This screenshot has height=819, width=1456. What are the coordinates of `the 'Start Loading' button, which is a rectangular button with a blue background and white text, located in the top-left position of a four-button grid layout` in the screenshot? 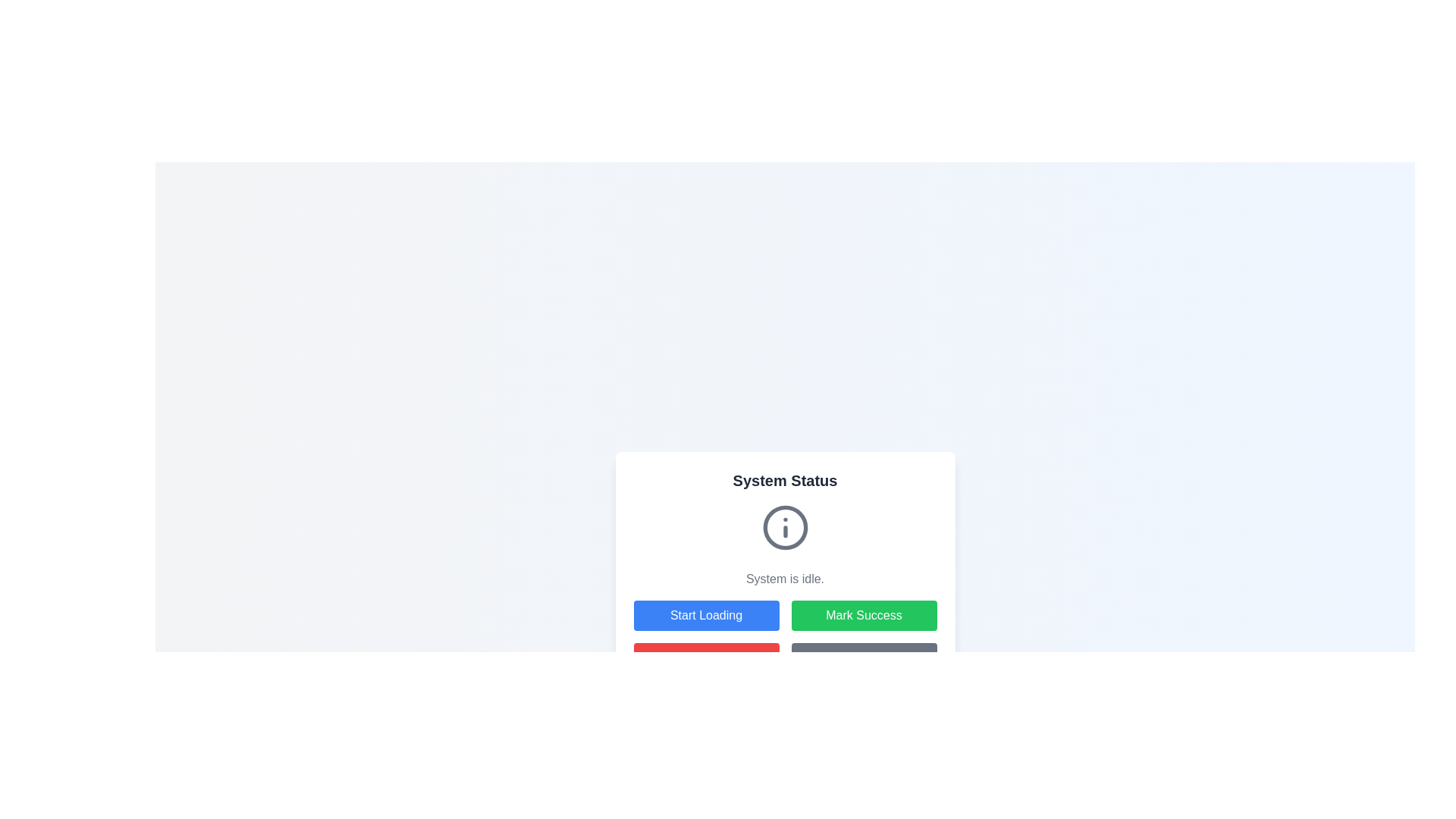 It's located at (705, 616).